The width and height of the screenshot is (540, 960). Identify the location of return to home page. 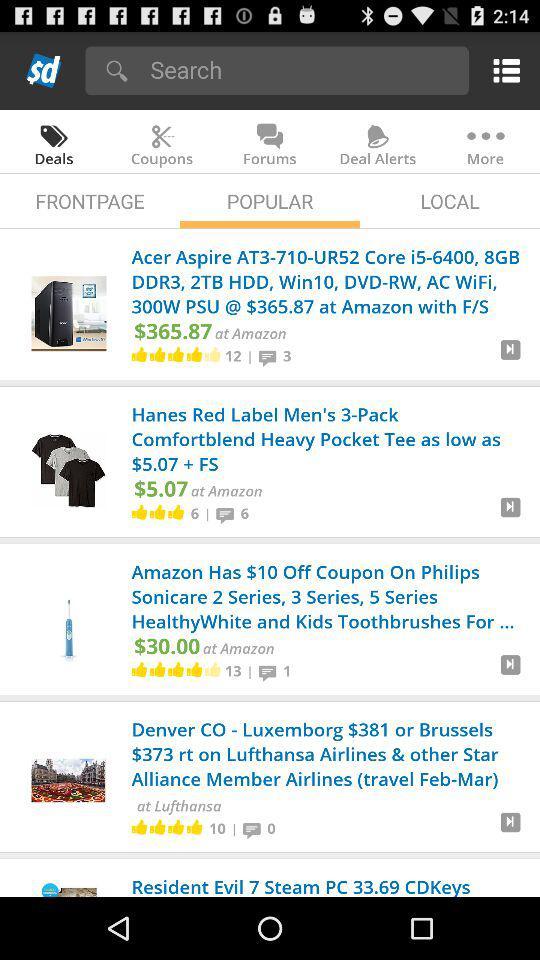
(44, 70).